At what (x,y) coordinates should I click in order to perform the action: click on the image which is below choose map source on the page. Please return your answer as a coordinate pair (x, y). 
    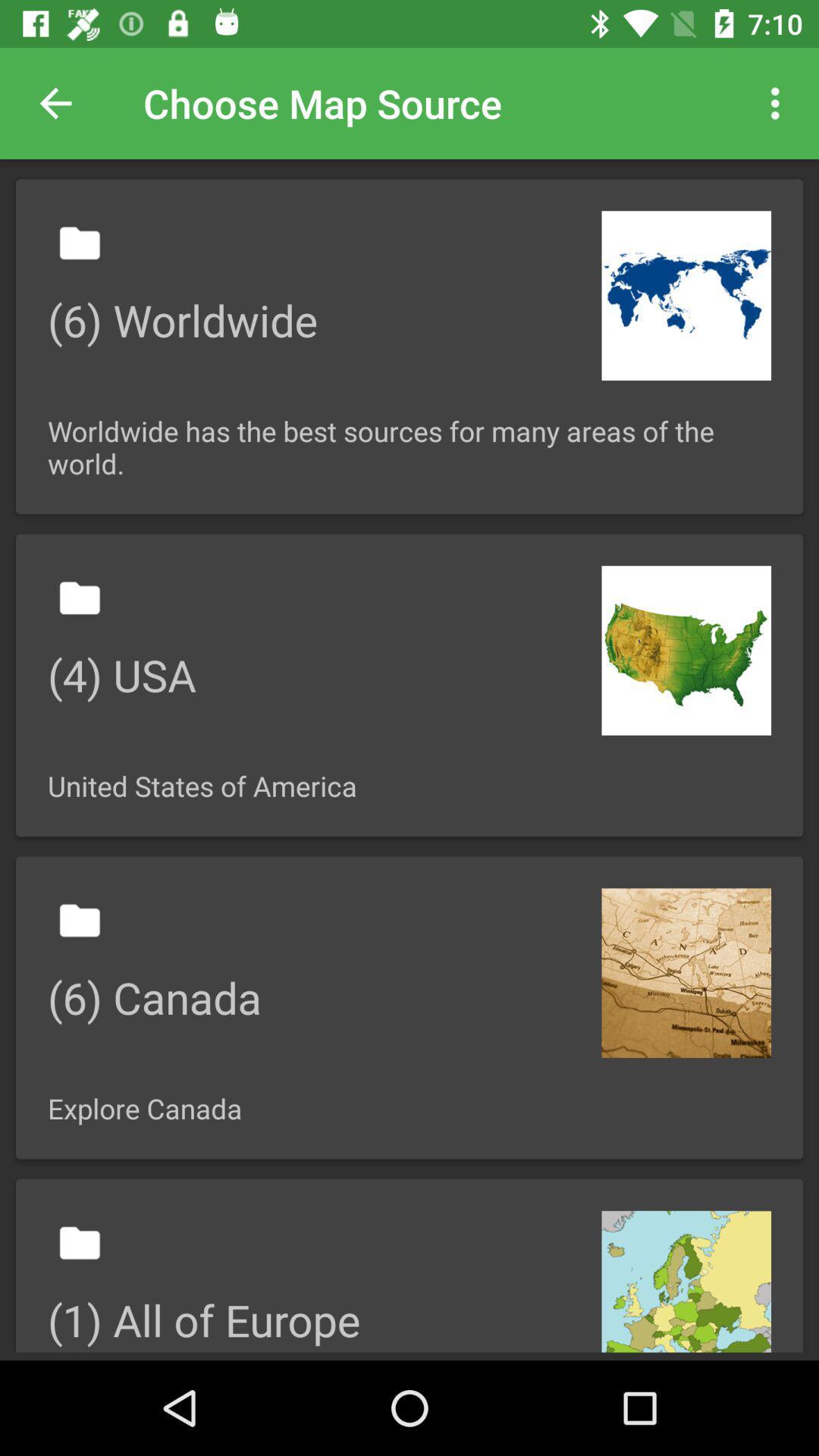
    Looking at the image, I should click on (409, 345).